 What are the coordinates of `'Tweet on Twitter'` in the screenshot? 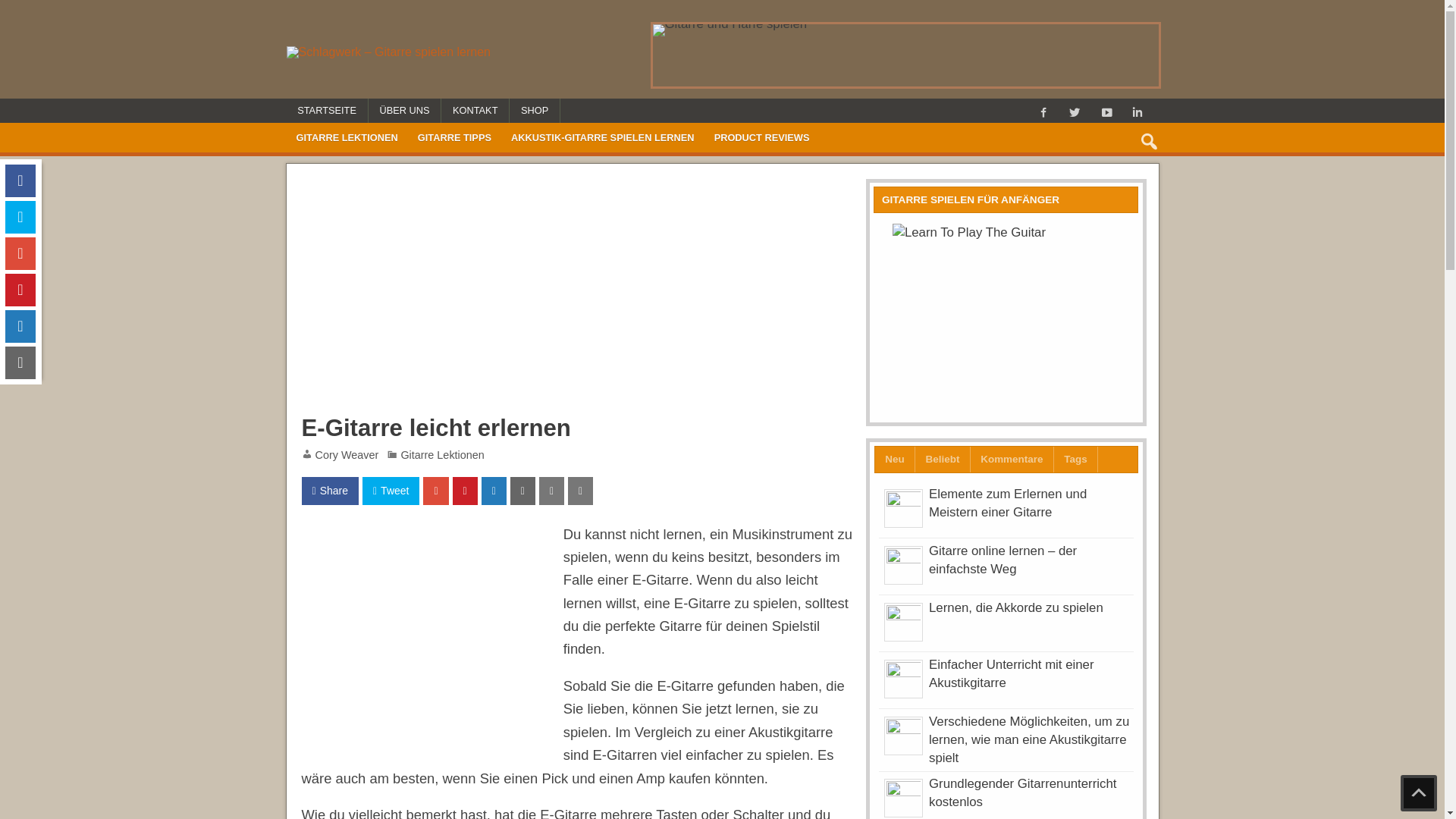 It's located at (20, 217).